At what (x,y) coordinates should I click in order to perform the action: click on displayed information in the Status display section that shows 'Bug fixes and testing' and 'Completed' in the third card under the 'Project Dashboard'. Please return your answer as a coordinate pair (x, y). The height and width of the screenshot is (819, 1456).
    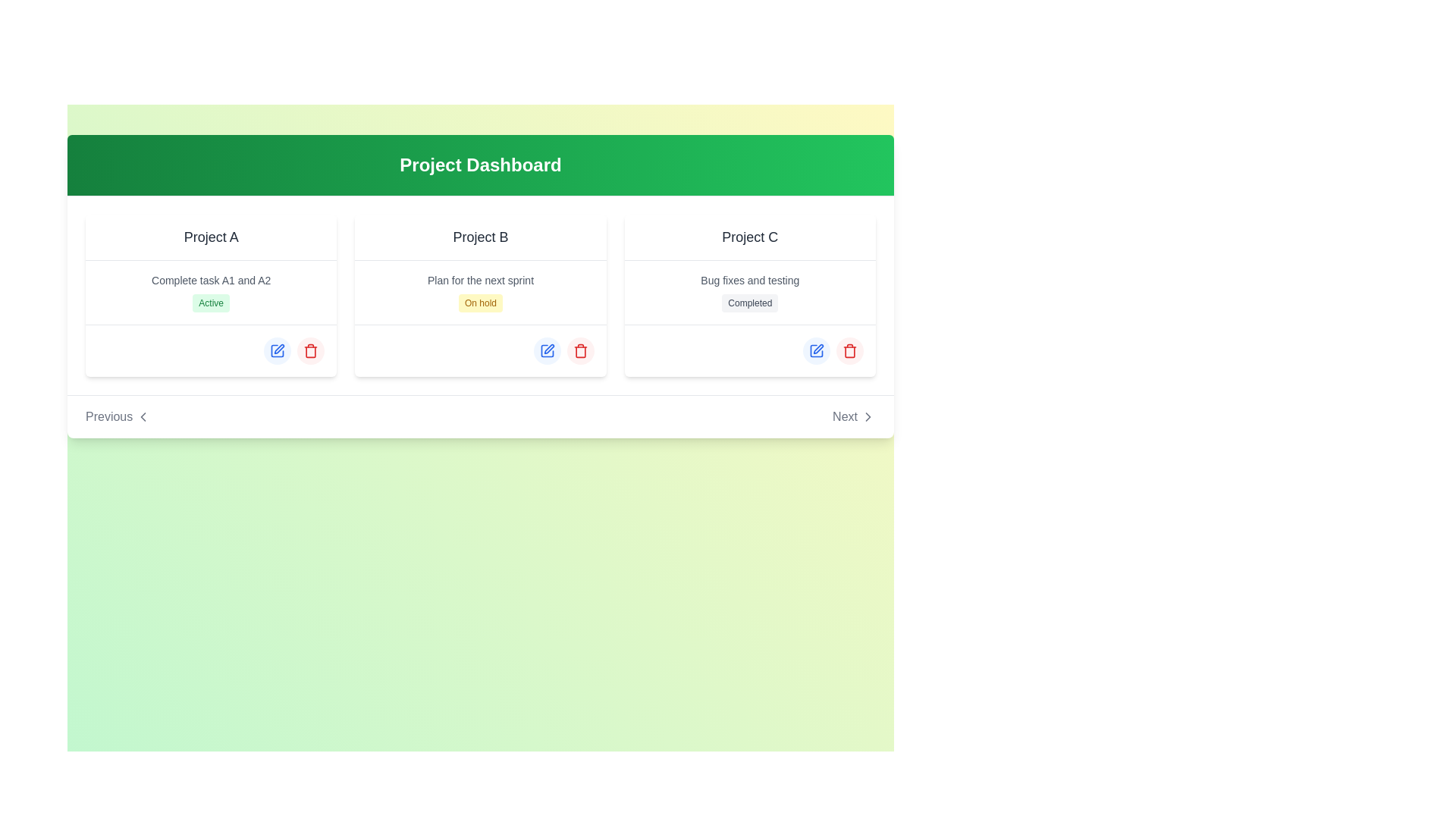
    Looking at the image, I should click on (750, 292).